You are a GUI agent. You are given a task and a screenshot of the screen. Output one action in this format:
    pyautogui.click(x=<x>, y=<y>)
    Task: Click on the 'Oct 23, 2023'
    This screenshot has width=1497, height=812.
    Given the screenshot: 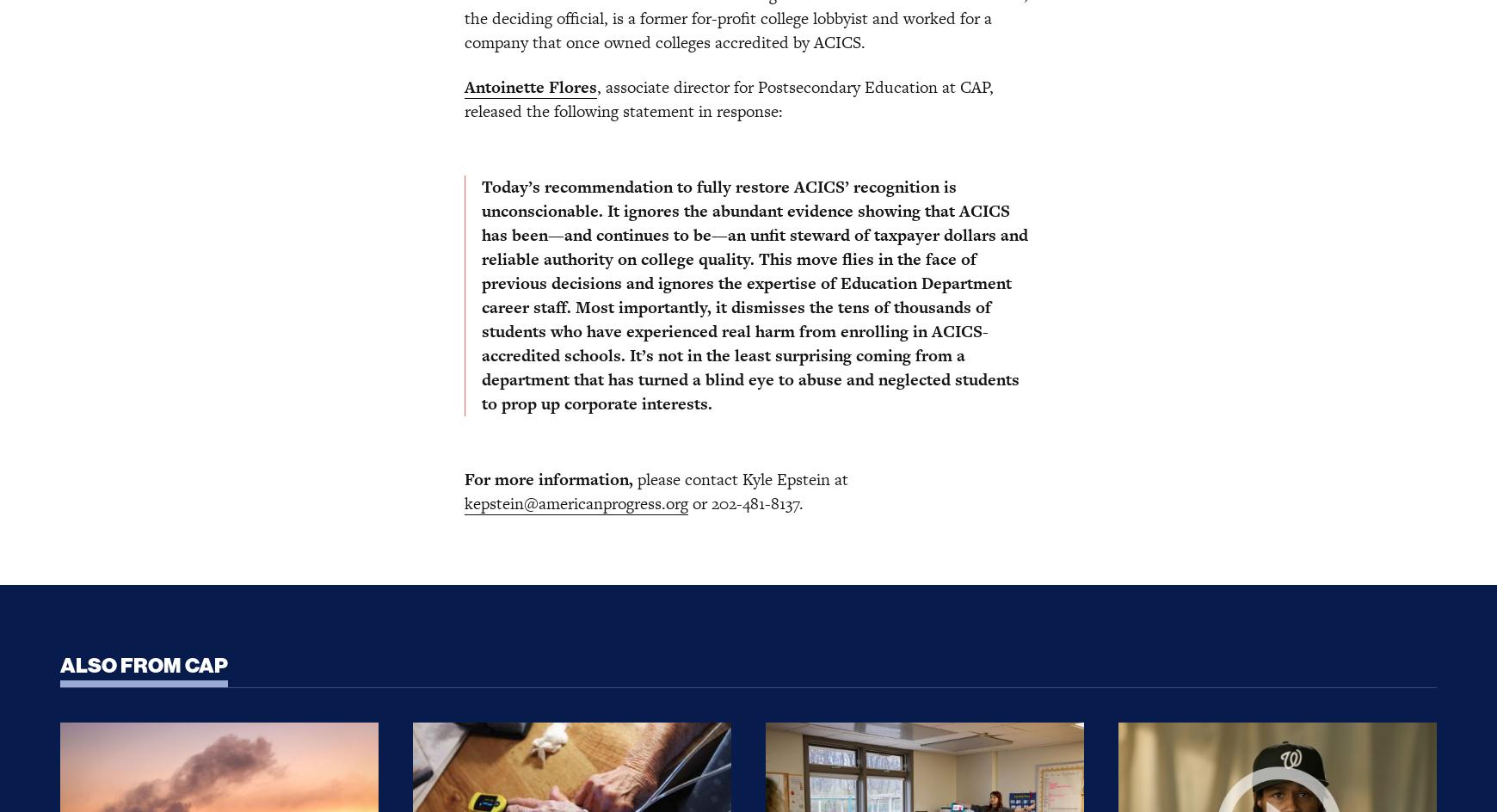 What is the action you would take?
    pyautogui.click(x=411, y=333)
    